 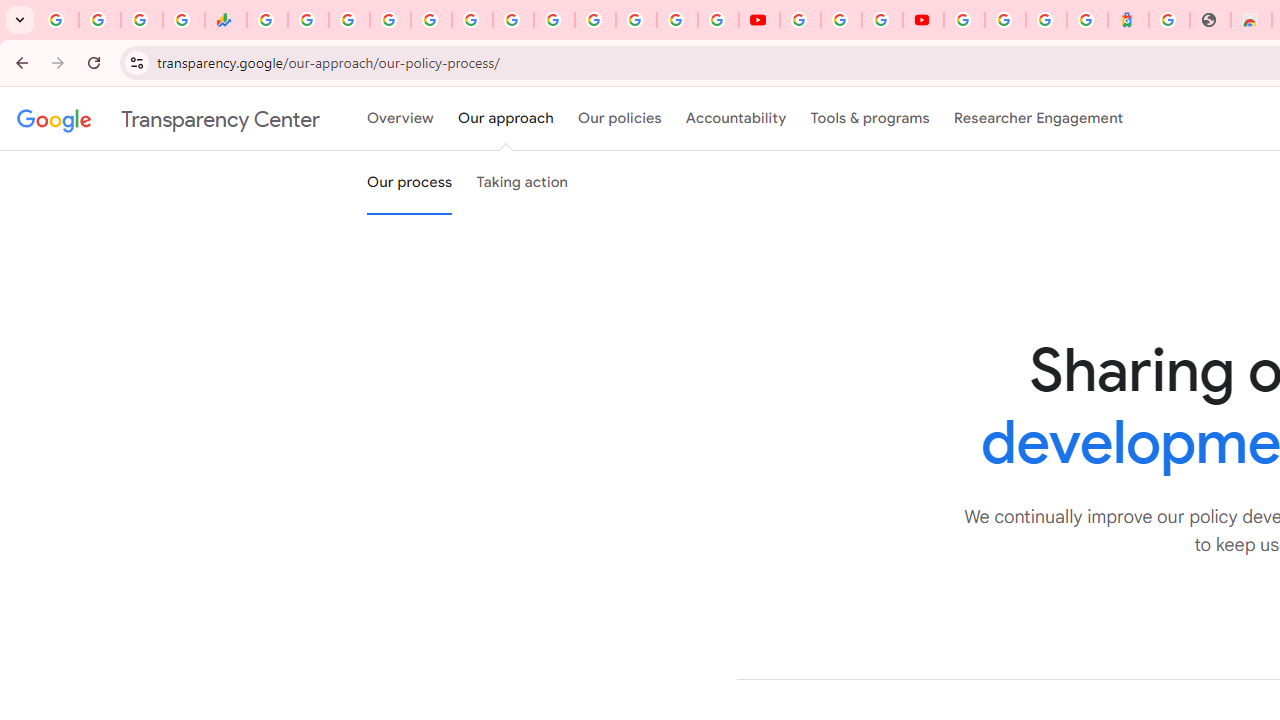 What do you see at coordinates (522, 183) in the screenshot?
I see `'Taking action'` at bounding box center [522, 183].